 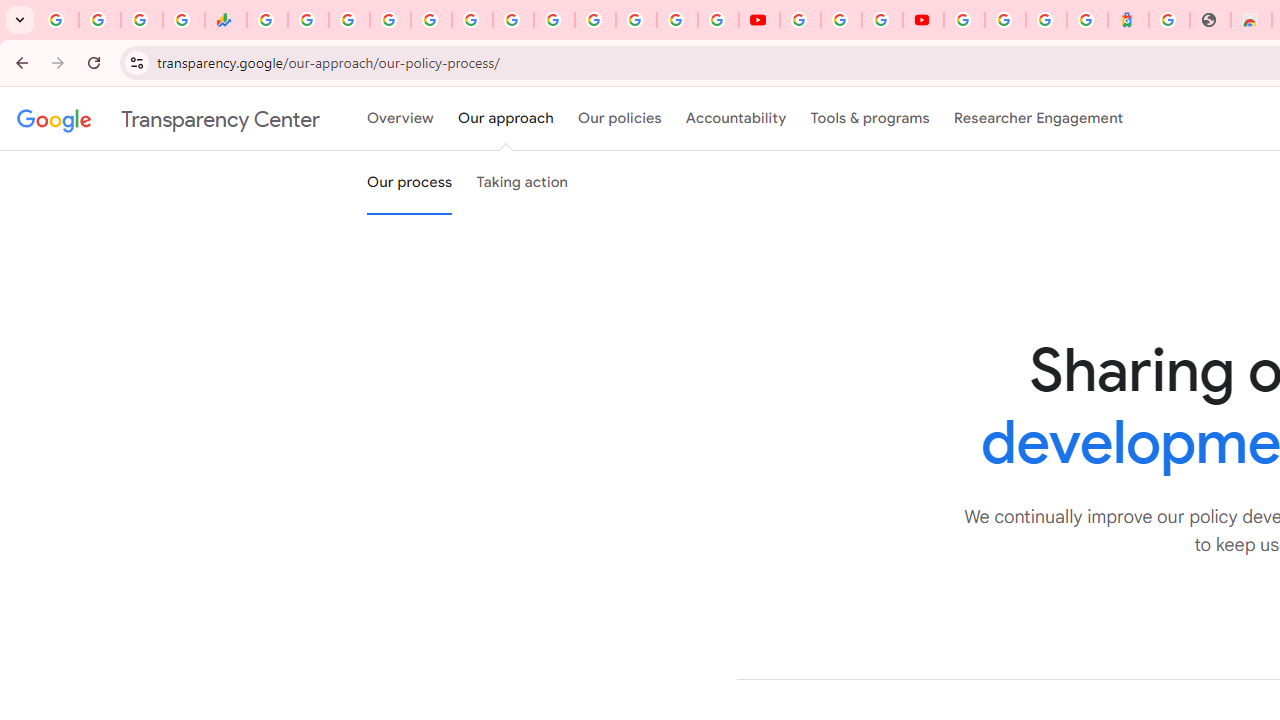 What do you see at coordinates (522, 183) in the screenshot?
I see `'Taking action'` at bounding box center [522, 183].